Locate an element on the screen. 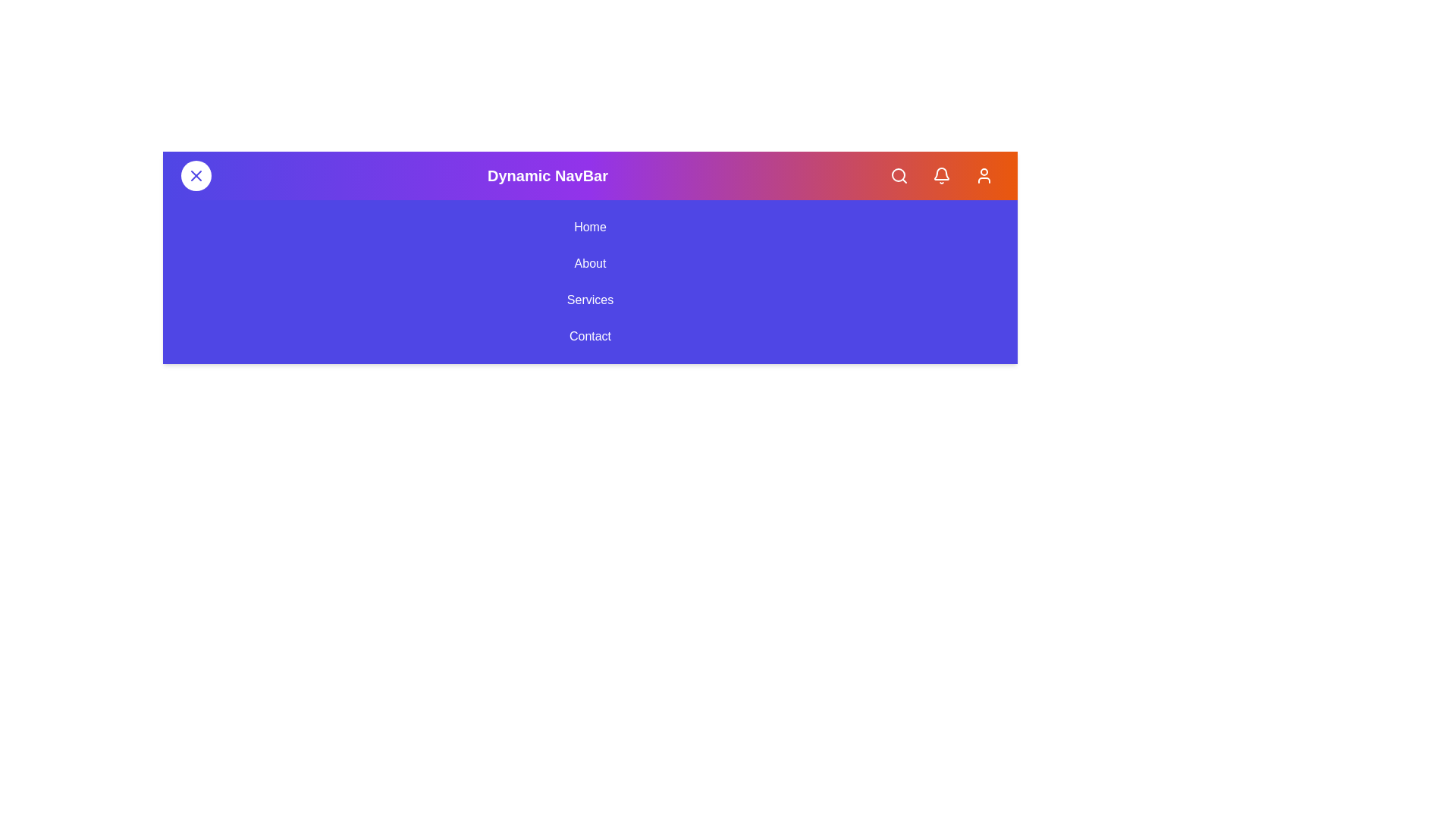 The image size is (1456, 819). the Search button in the app bar is located at coordinates (899, 174).